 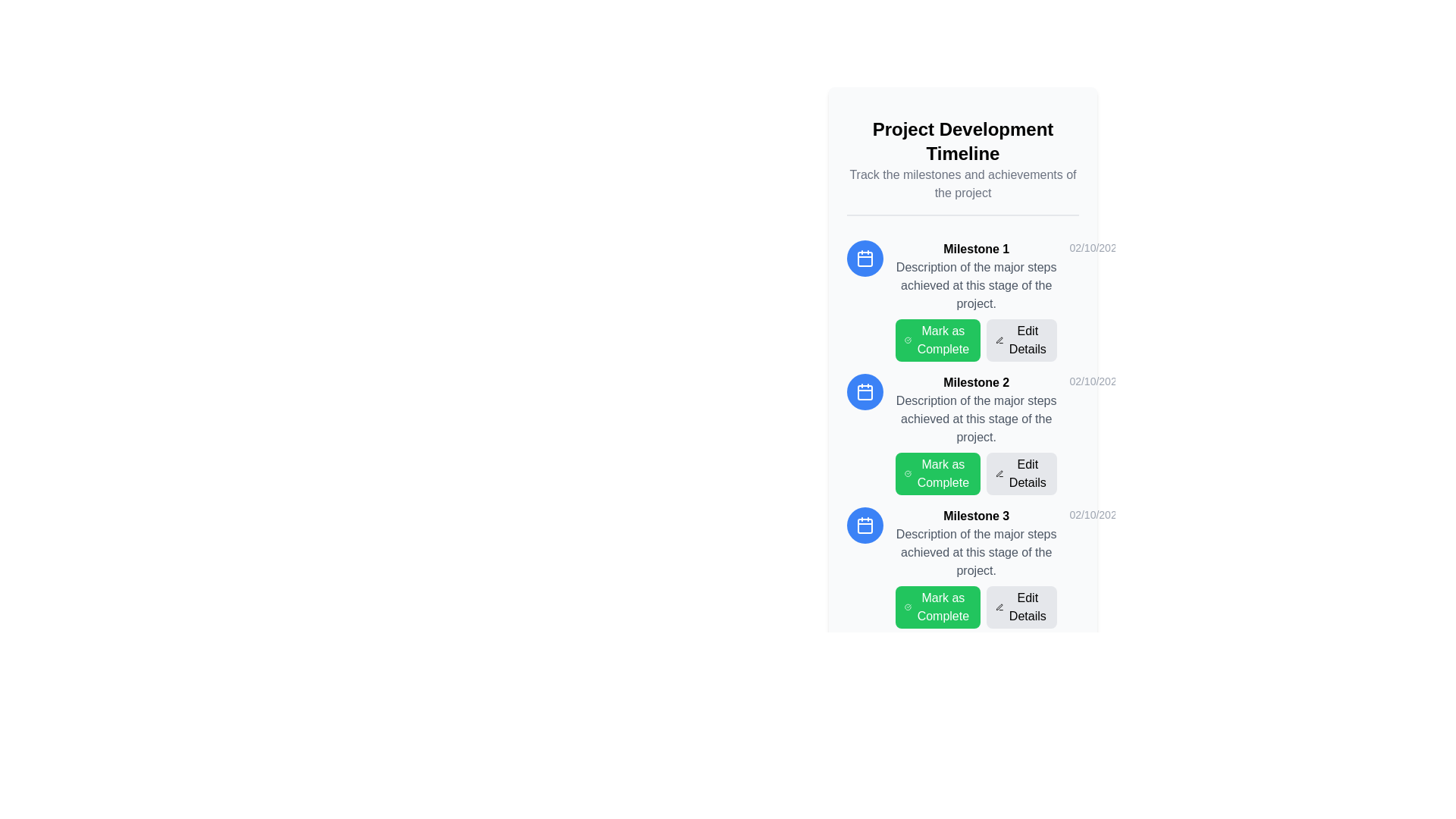 What do you see at coordinates (937, 607) in the screenshot?
I see `the button to mark the milestone as completed, located in the Milestone 3 section of the interface` at bounding box center [937, 607].